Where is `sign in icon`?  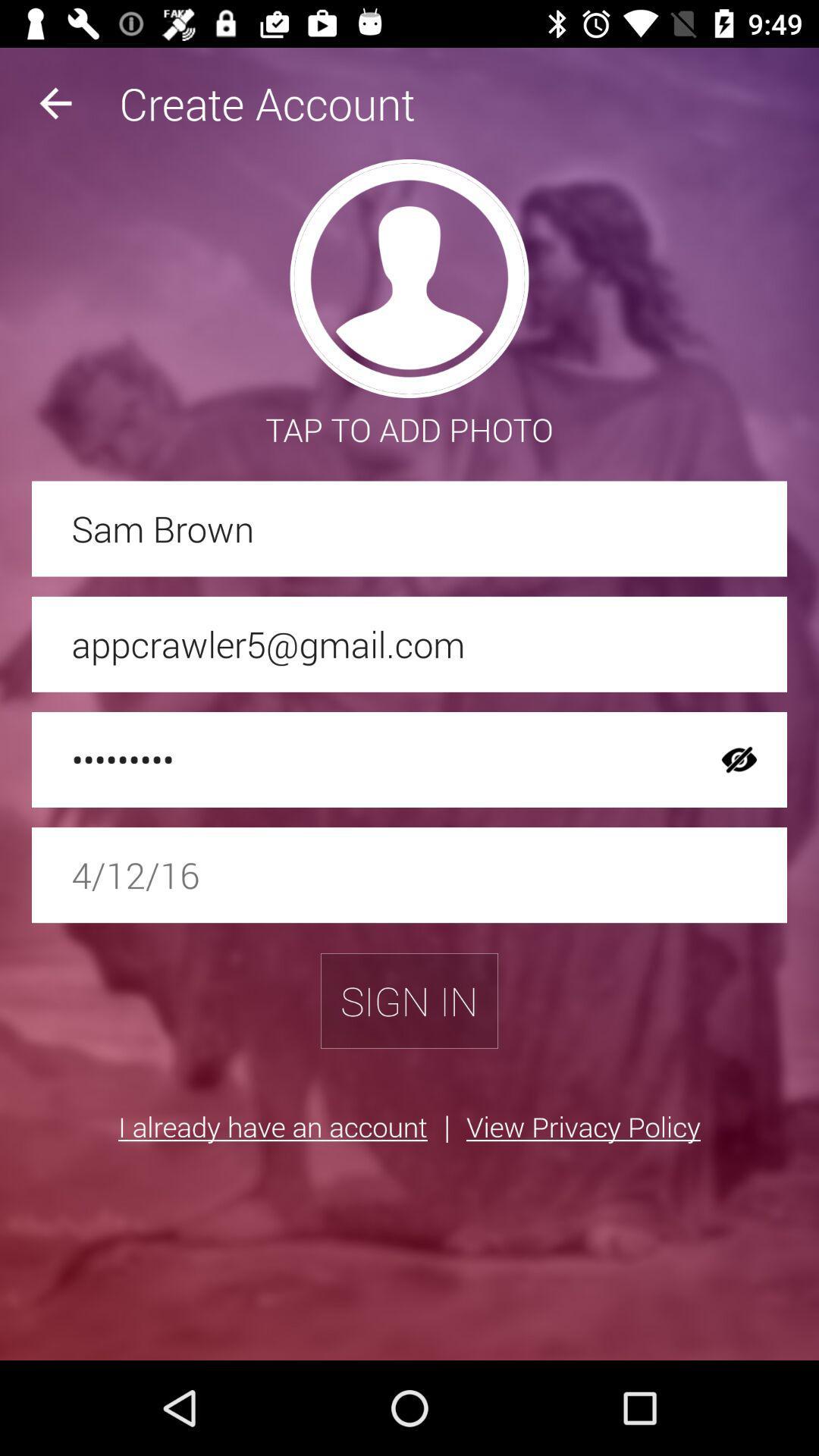
sign in icon is located at coordinates (409, 1001).